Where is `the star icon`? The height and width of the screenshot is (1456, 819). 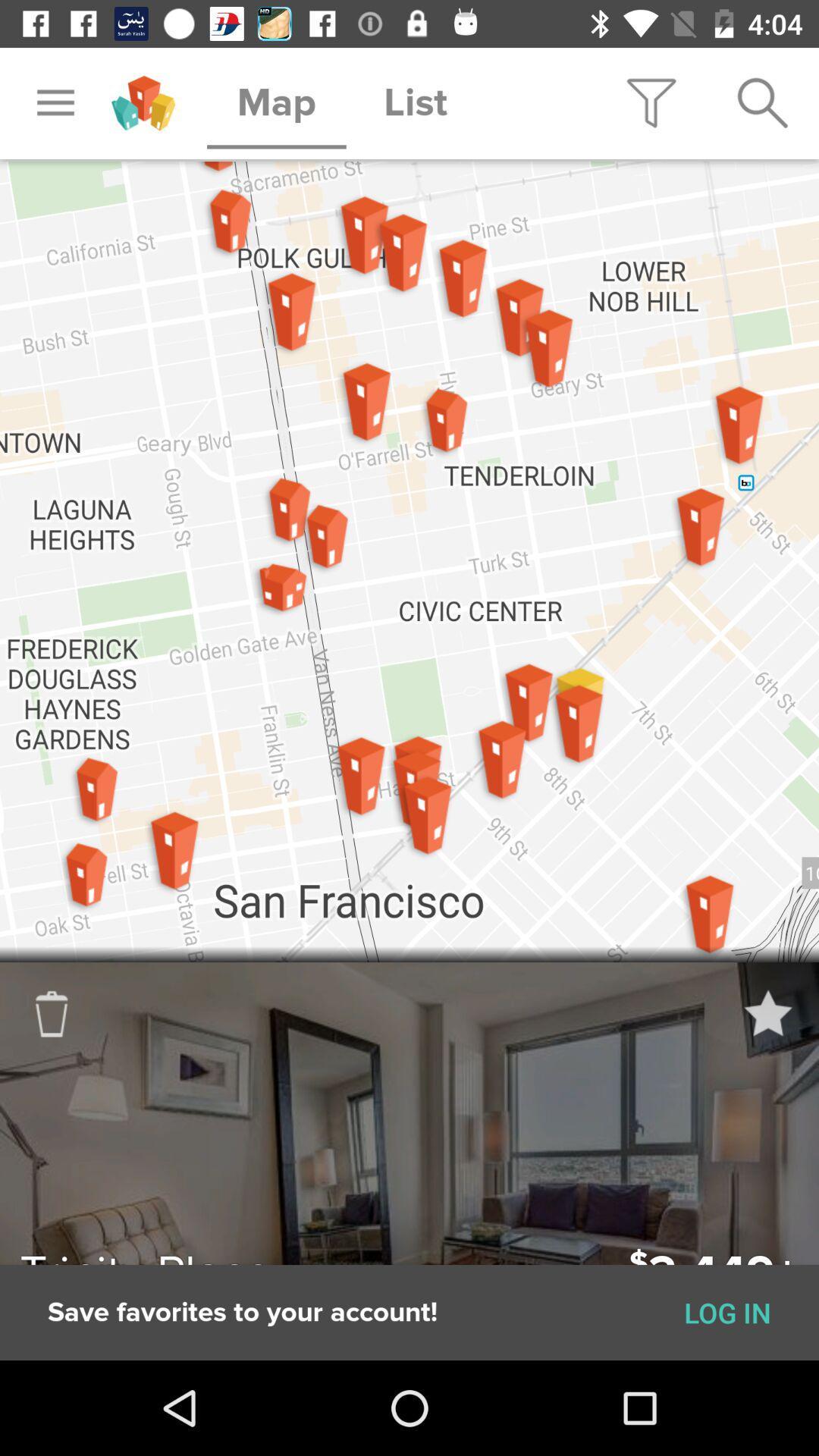
the star icon is located at coordinates (767, 1014).